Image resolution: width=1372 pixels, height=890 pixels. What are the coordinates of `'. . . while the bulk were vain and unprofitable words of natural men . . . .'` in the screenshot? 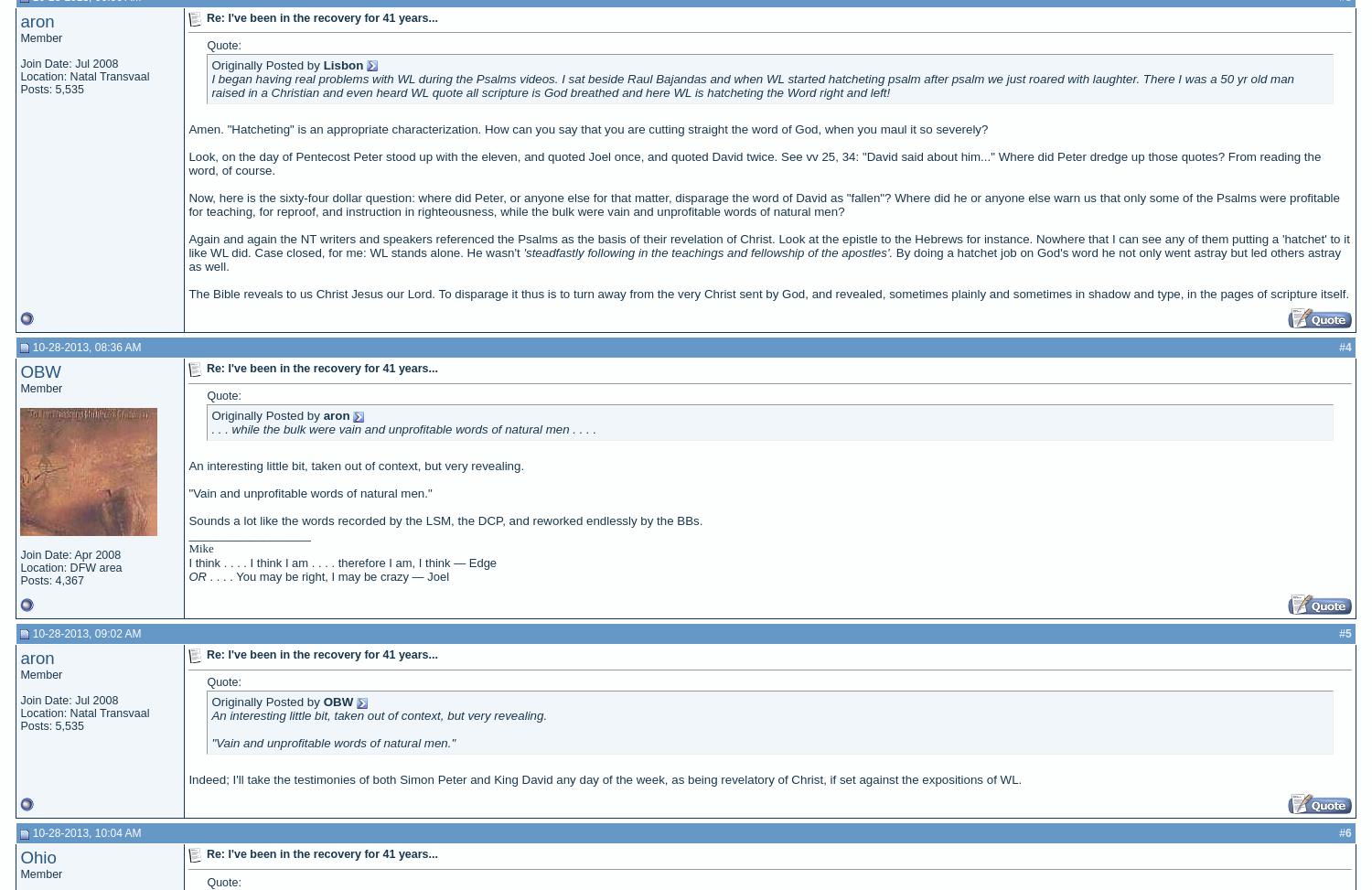 It's located at (402, 429).